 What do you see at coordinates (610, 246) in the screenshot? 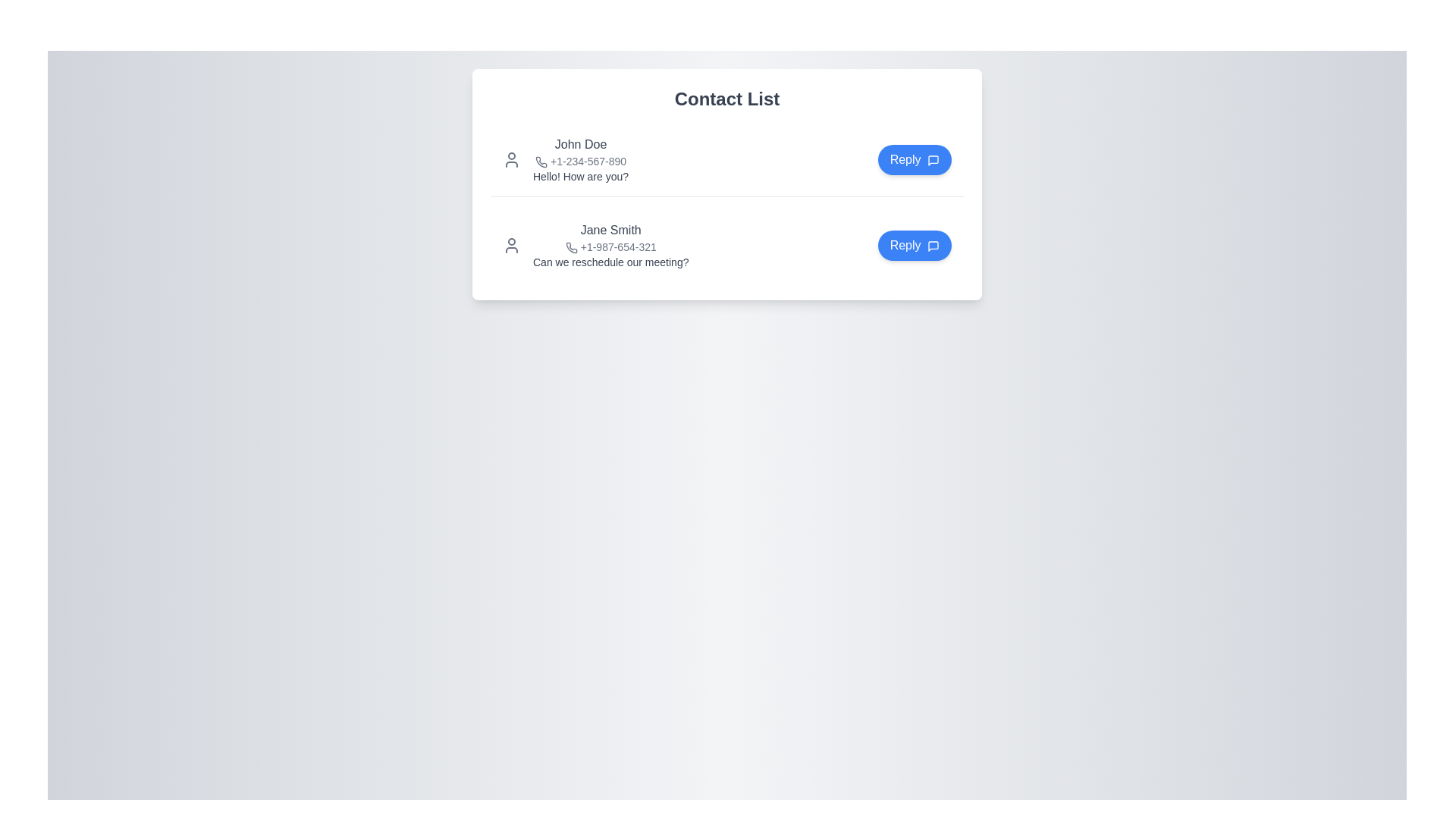
I see `the phone number displayed next to 'Jane Smith' to initiate a call` at bounding box center [610, 246].